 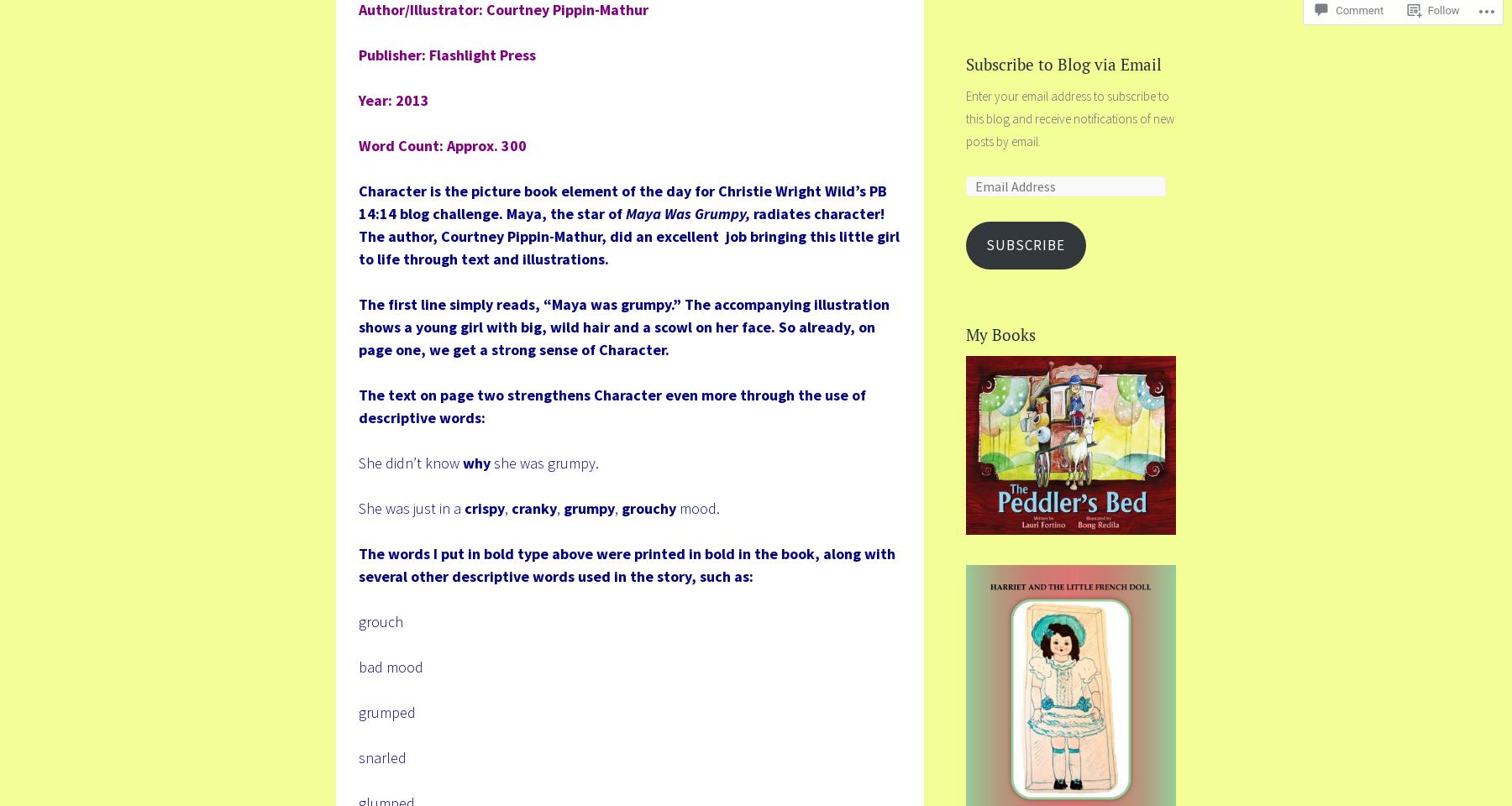 What do you see at coordinates (612, 404) in the screenshot?
I see `'The text on page two strengthens Character even more through the use of descriptive words:'` at bounding box center [612, 404].